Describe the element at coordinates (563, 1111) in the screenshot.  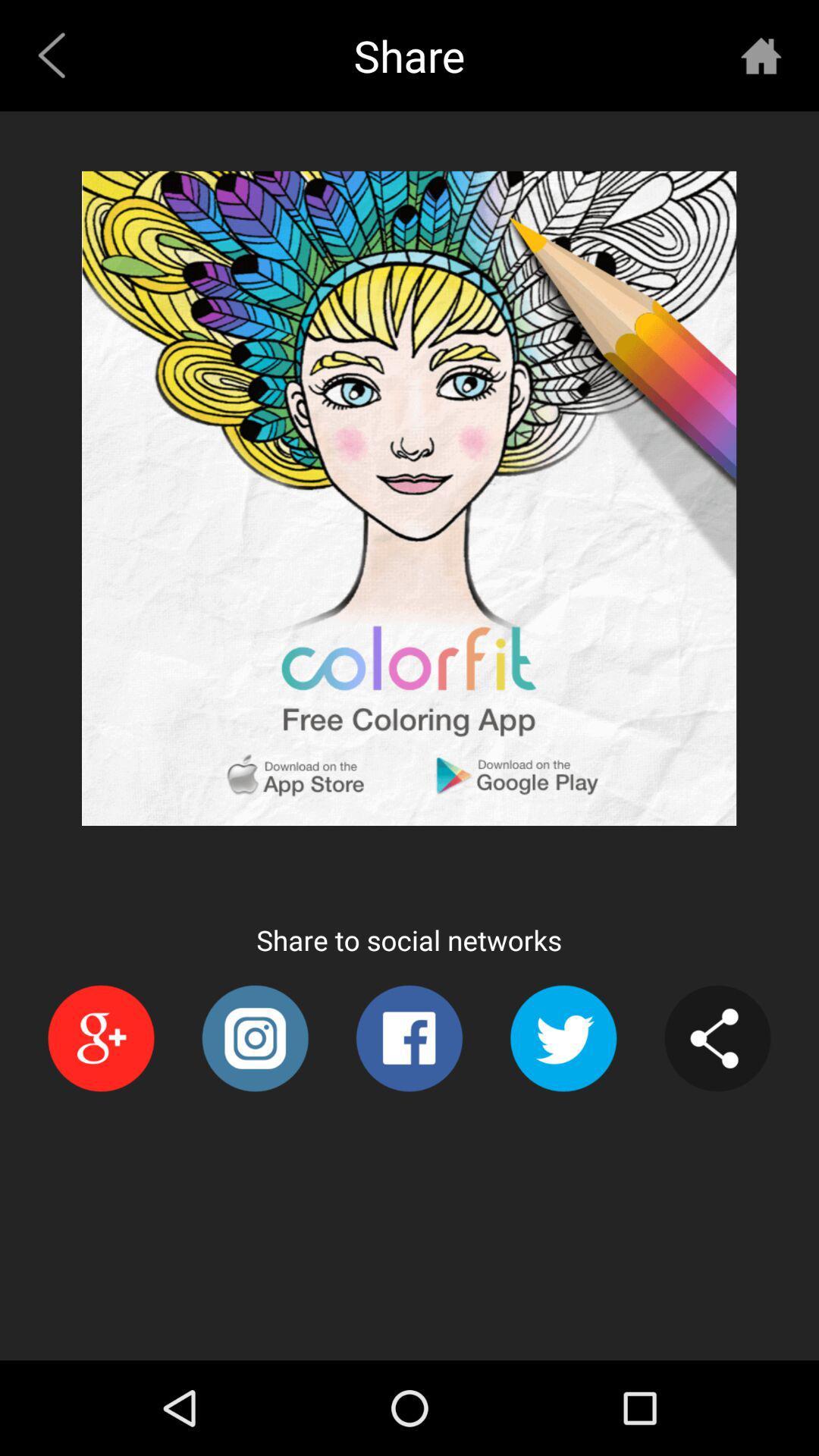
I see `the twitter icon` at that location.